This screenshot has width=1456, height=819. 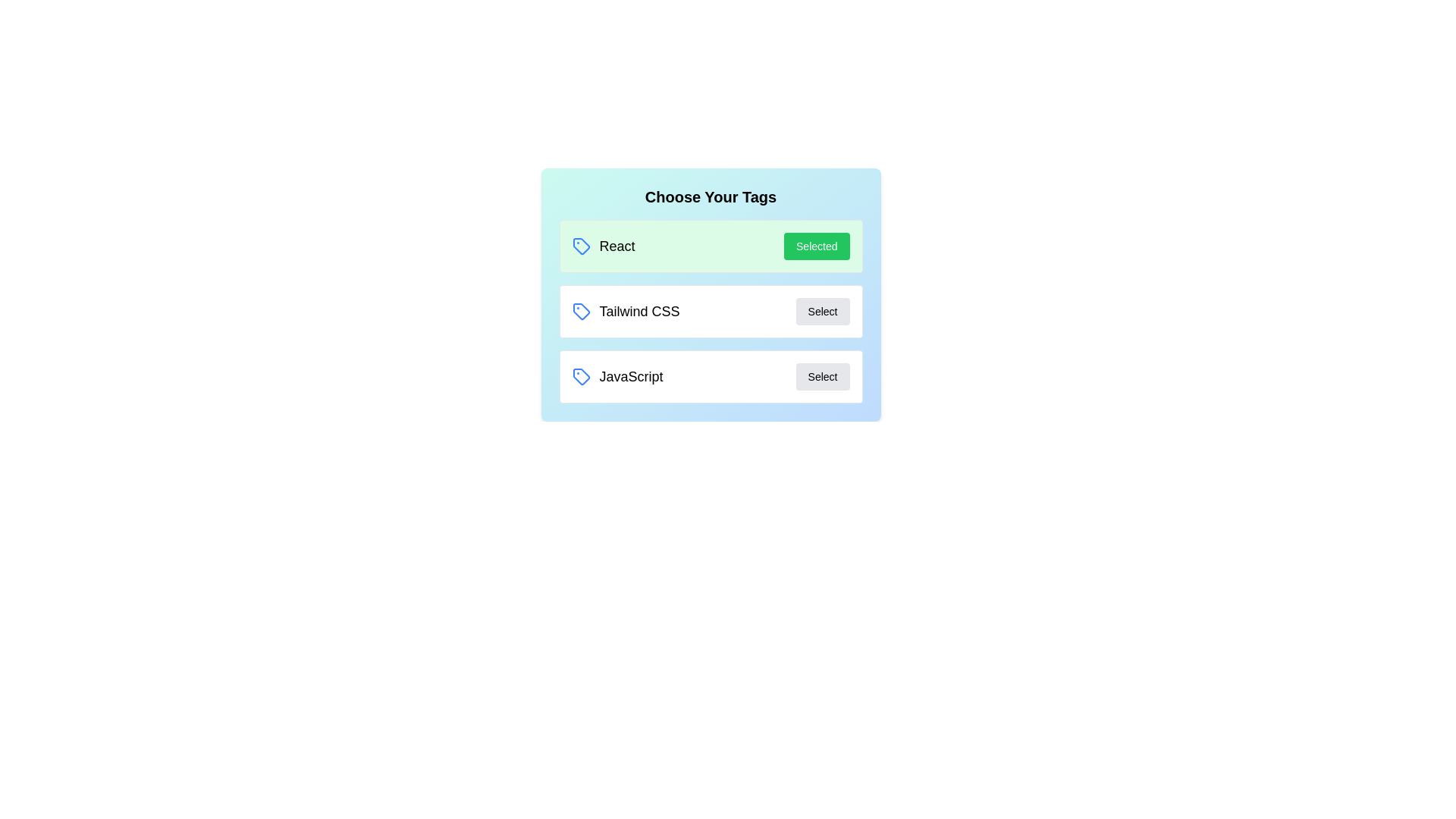 I want to click on button associated with the tag JavaScript to toggle its selection state, so click(x=821, y=376).